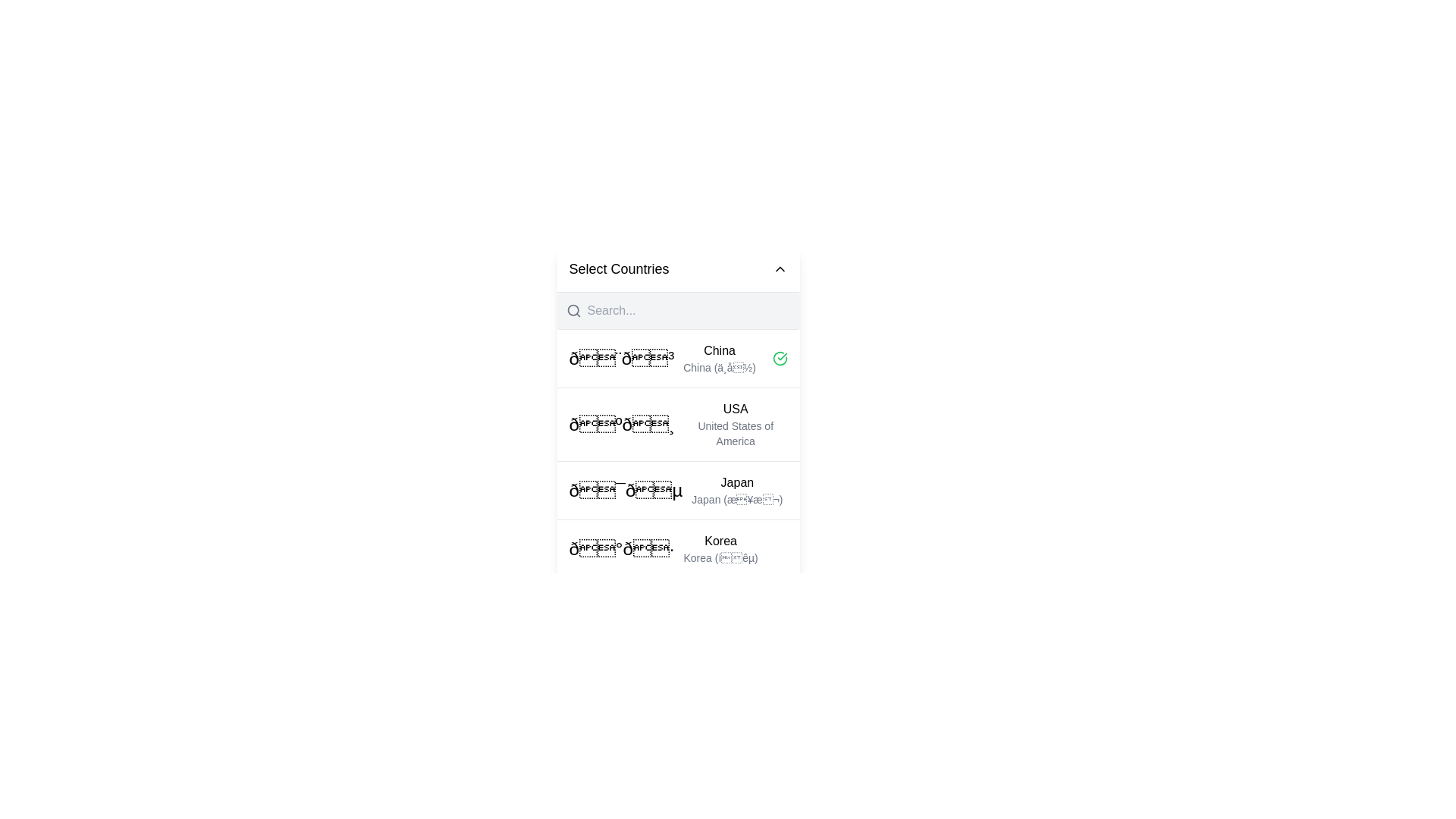  What do you see at coordinates (719, 359) in the screenshot?
I see `the text block displaying the country name 'China' and its description` at bounding box center [719, 359].